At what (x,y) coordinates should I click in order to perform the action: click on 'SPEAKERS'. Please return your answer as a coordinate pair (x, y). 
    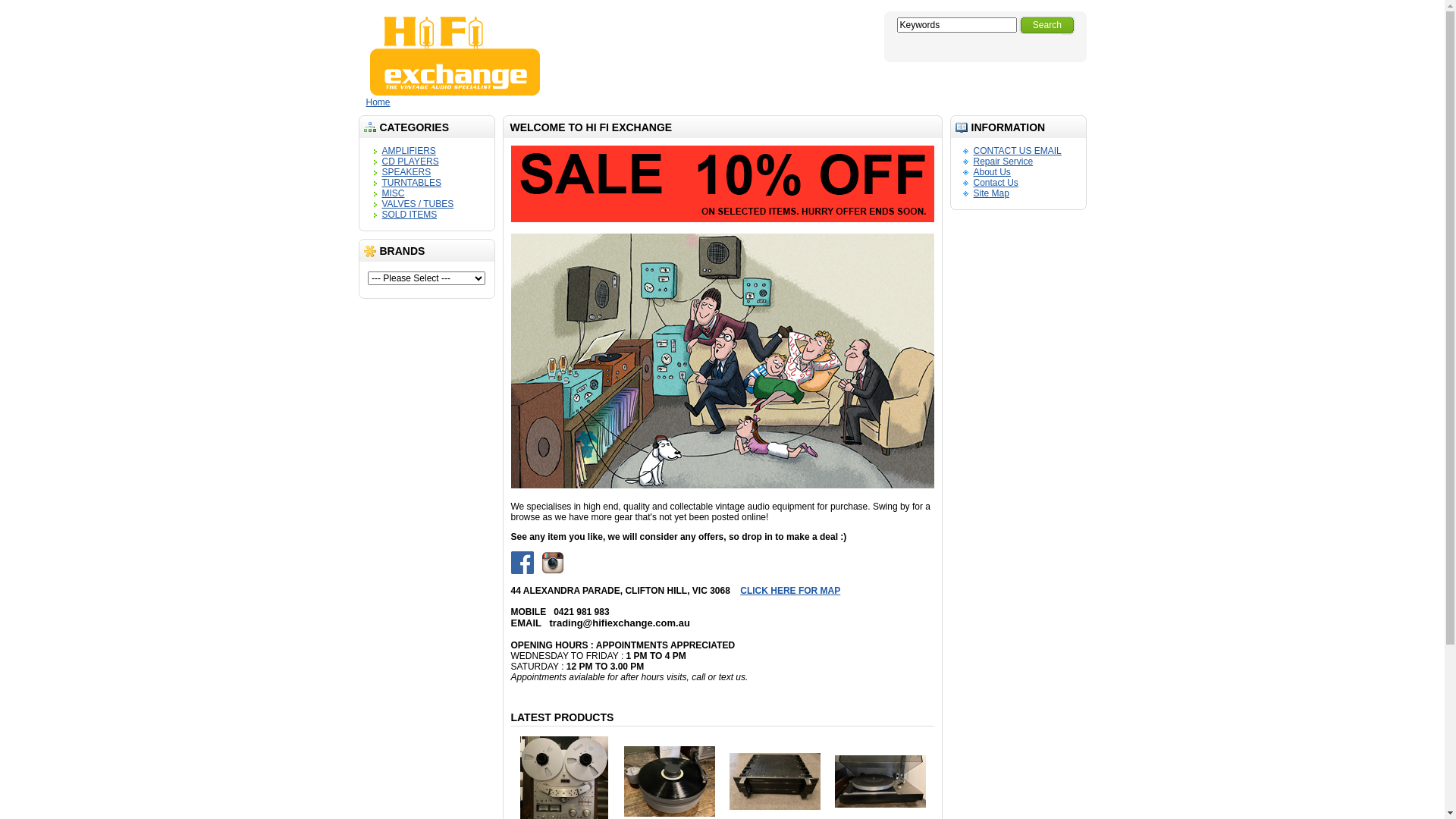
    Looking at the image, I should click on (406, 171).